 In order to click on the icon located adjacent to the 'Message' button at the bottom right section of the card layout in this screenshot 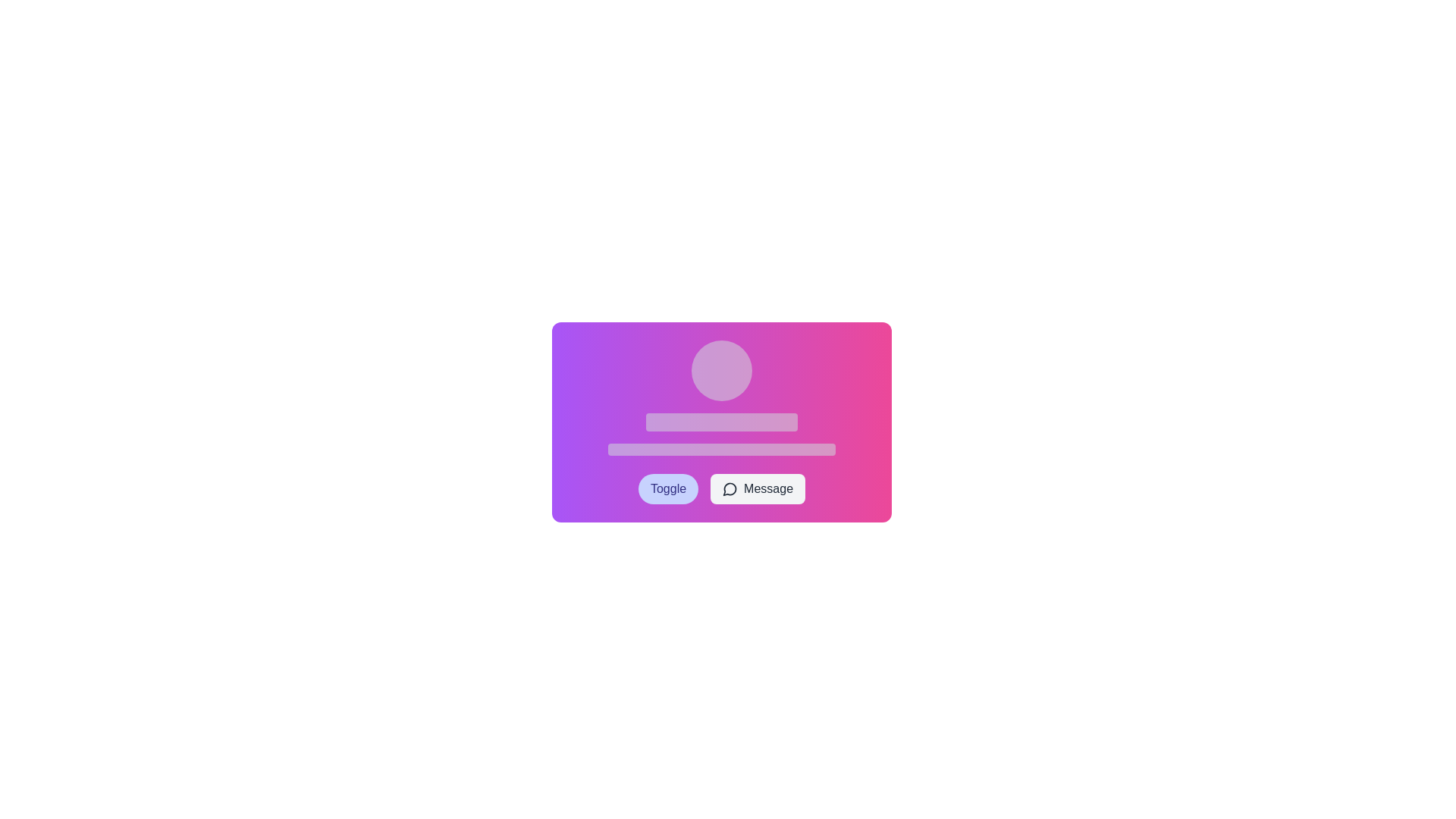, I will do `click(730, 488)`.